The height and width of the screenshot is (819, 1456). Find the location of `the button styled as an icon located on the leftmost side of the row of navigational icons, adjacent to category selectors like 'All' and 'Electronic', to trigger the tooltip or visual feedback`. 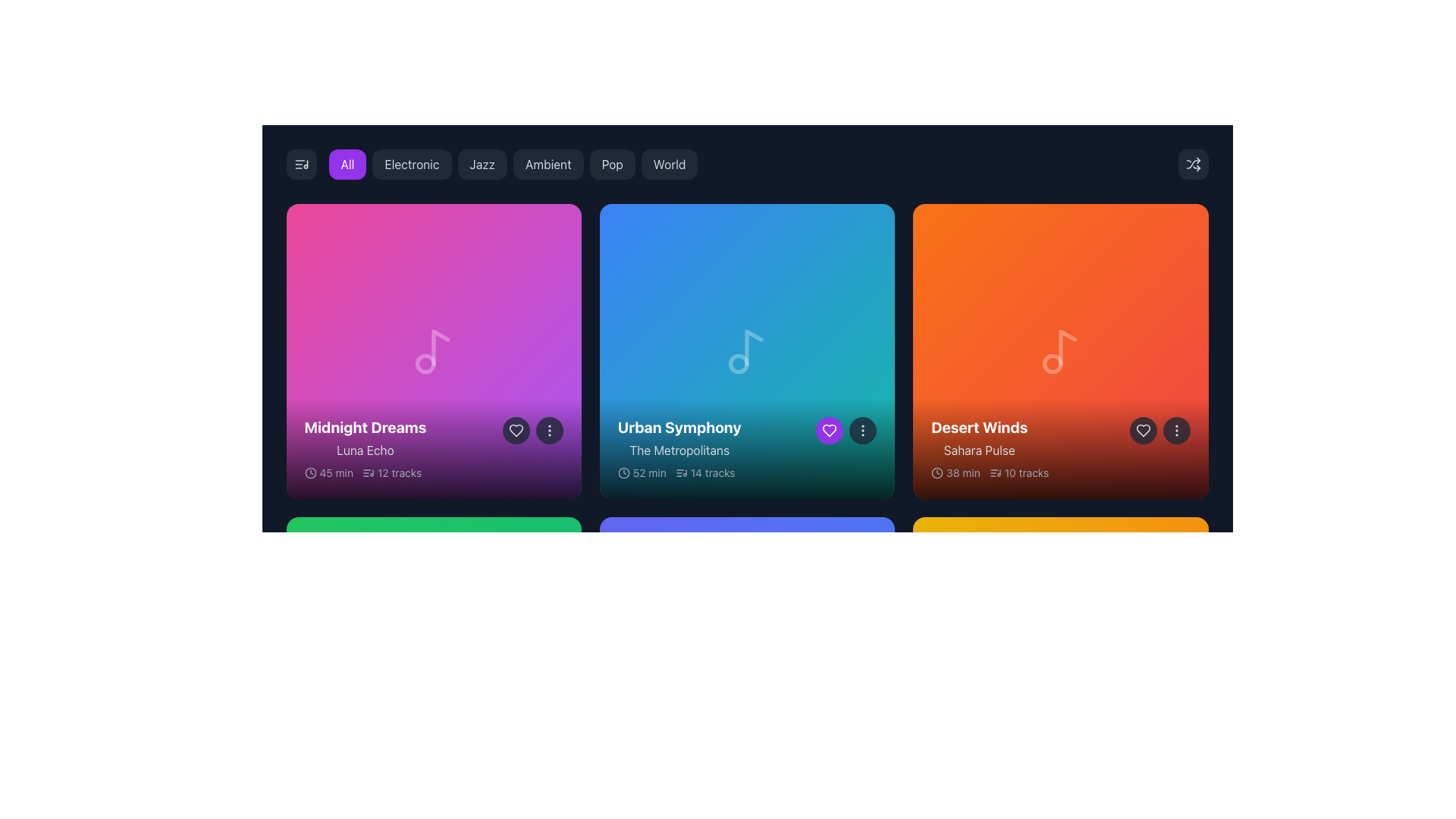

the button styled as an icon located on the leftmost side of the row of navigational icons, adjacent to category selectors like 'All' and 'Electronic', to trigger the tooltip or visual feedback is located at coordinates (301, 164).